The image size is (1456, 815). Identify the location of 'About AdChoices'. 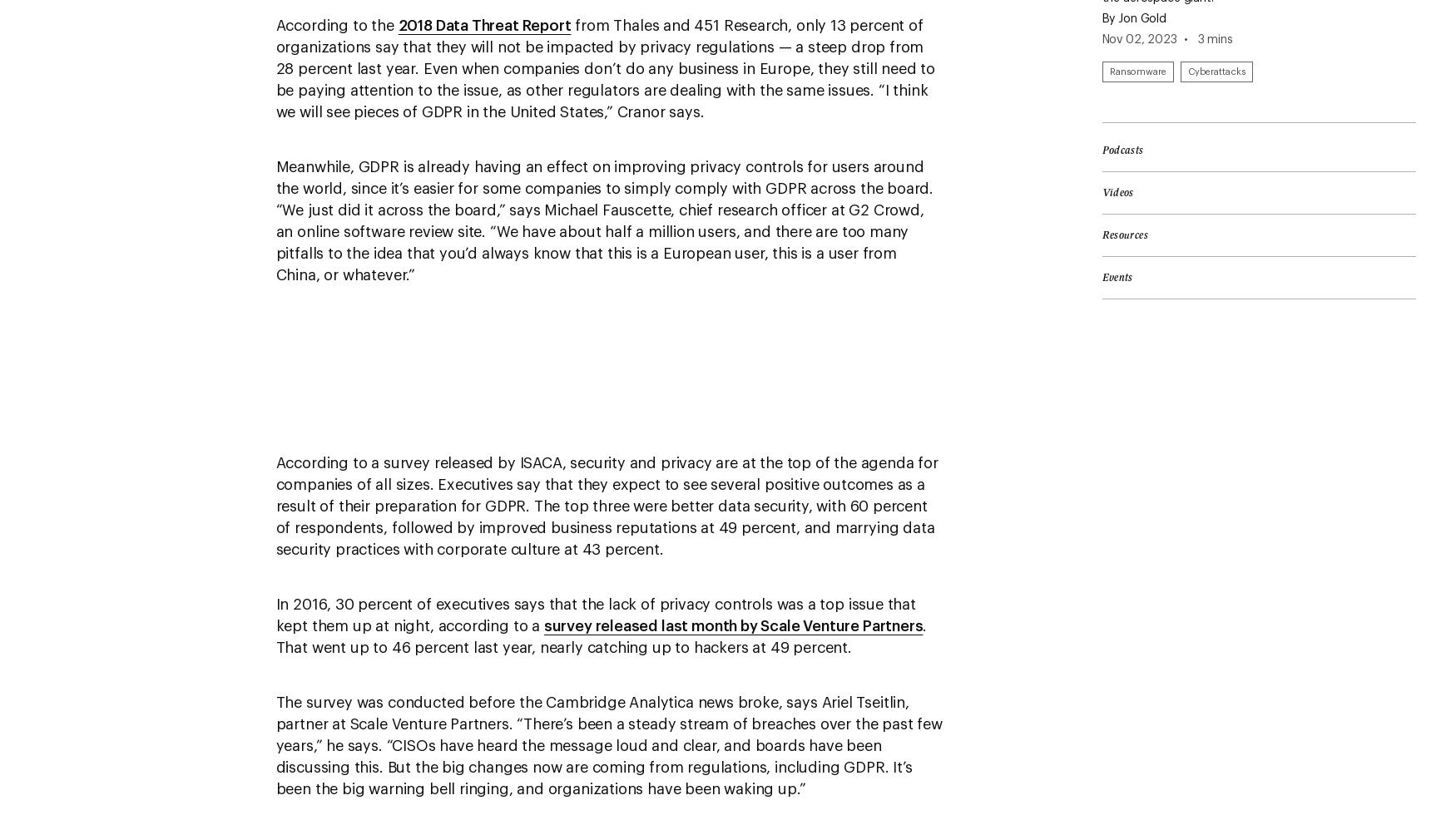
(394, 41).